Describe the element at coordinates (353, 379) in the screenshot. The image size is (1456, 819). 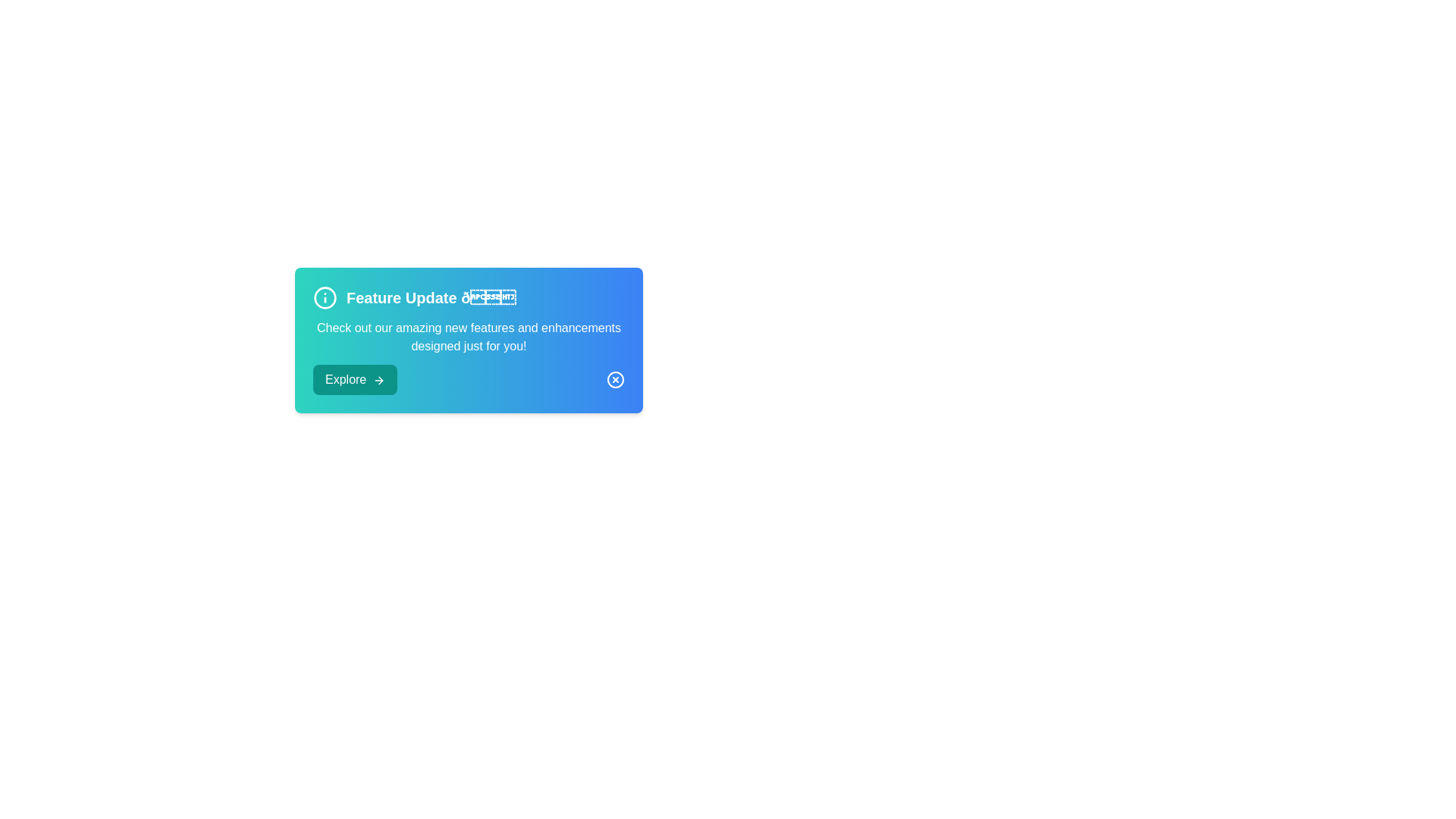
I see `'Explore' button to trigger the alert` at that location.